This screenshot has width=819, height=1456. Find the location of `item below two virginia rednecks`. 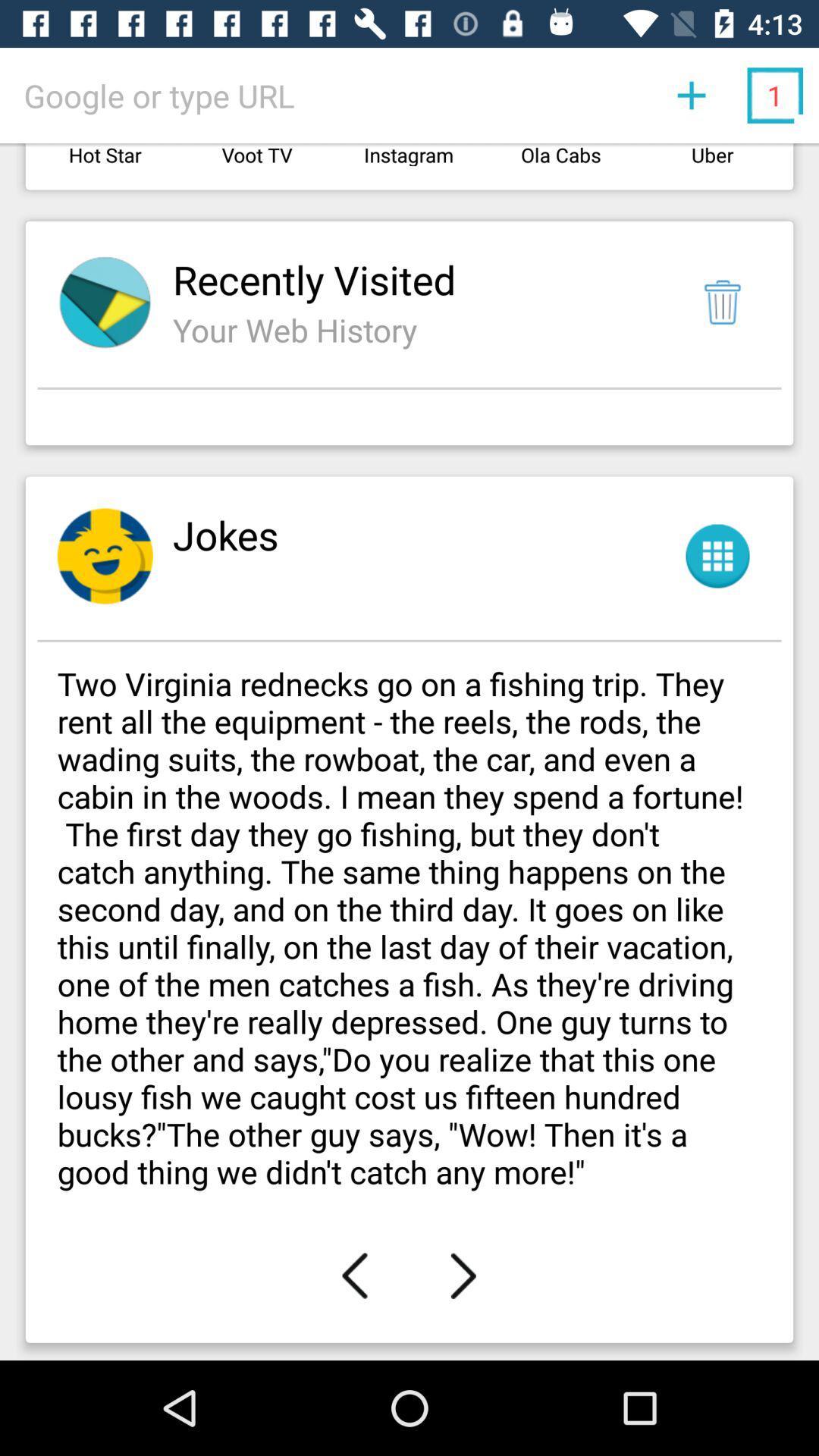

item below two virginia rednecks is located at coordinates (463, 1275).